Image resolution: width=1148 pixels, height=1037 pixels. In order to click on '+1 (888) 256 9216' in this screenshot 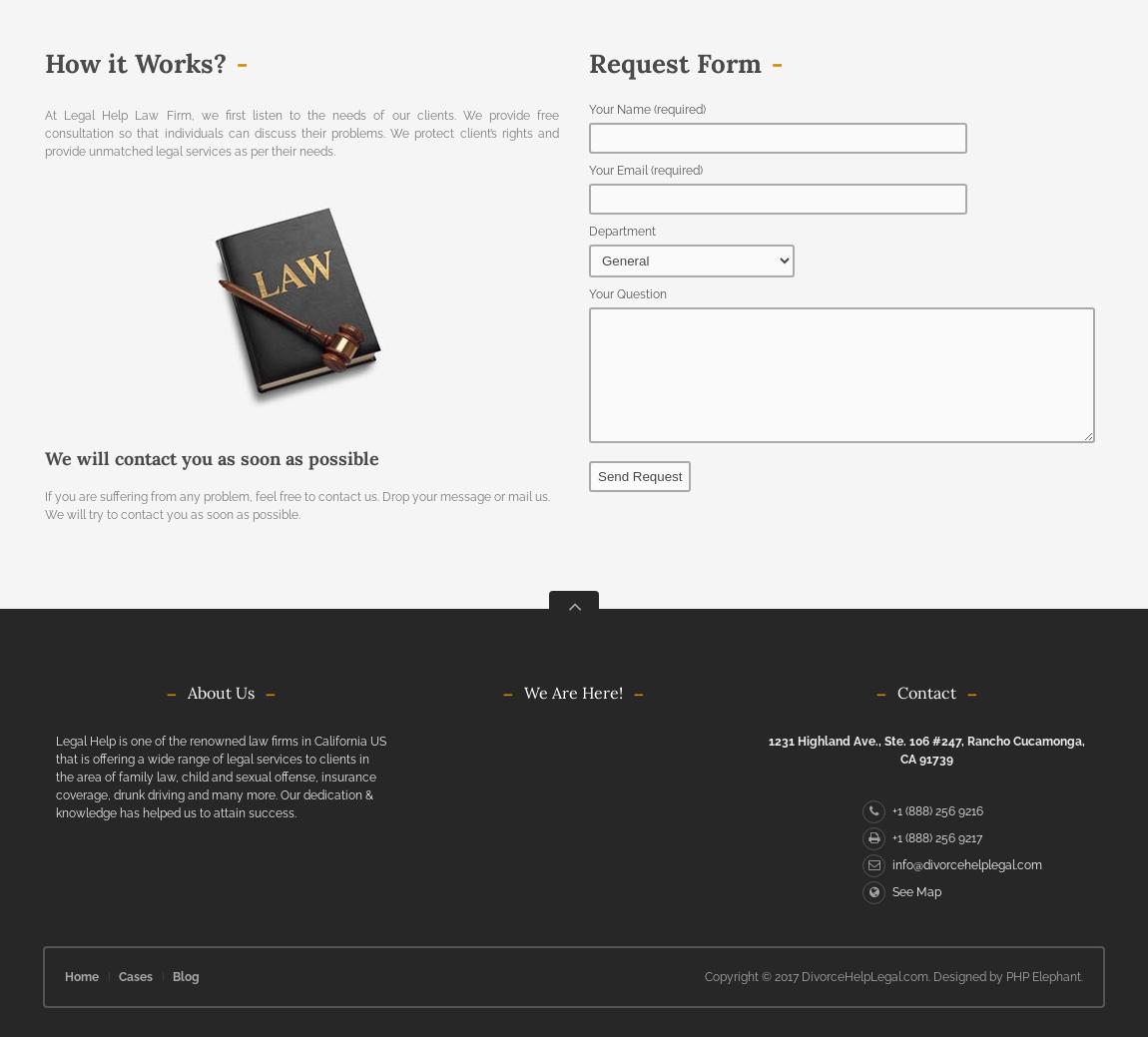, I will do `click(937, 808)`.